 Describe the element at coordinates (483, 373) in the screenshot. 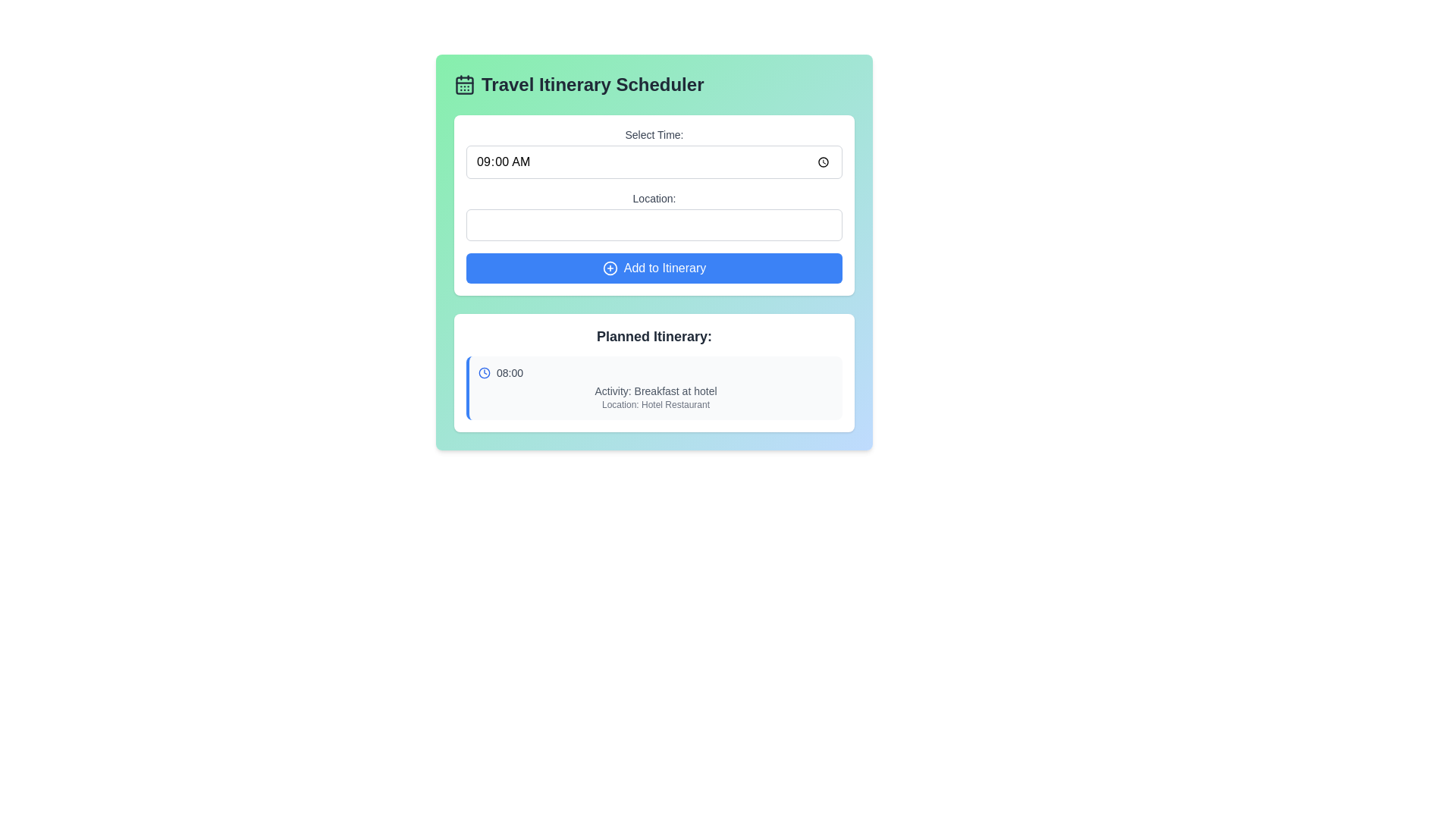

I see `the clock icon that visually represents time, positioned to the left of the text '08:00'` at that location.